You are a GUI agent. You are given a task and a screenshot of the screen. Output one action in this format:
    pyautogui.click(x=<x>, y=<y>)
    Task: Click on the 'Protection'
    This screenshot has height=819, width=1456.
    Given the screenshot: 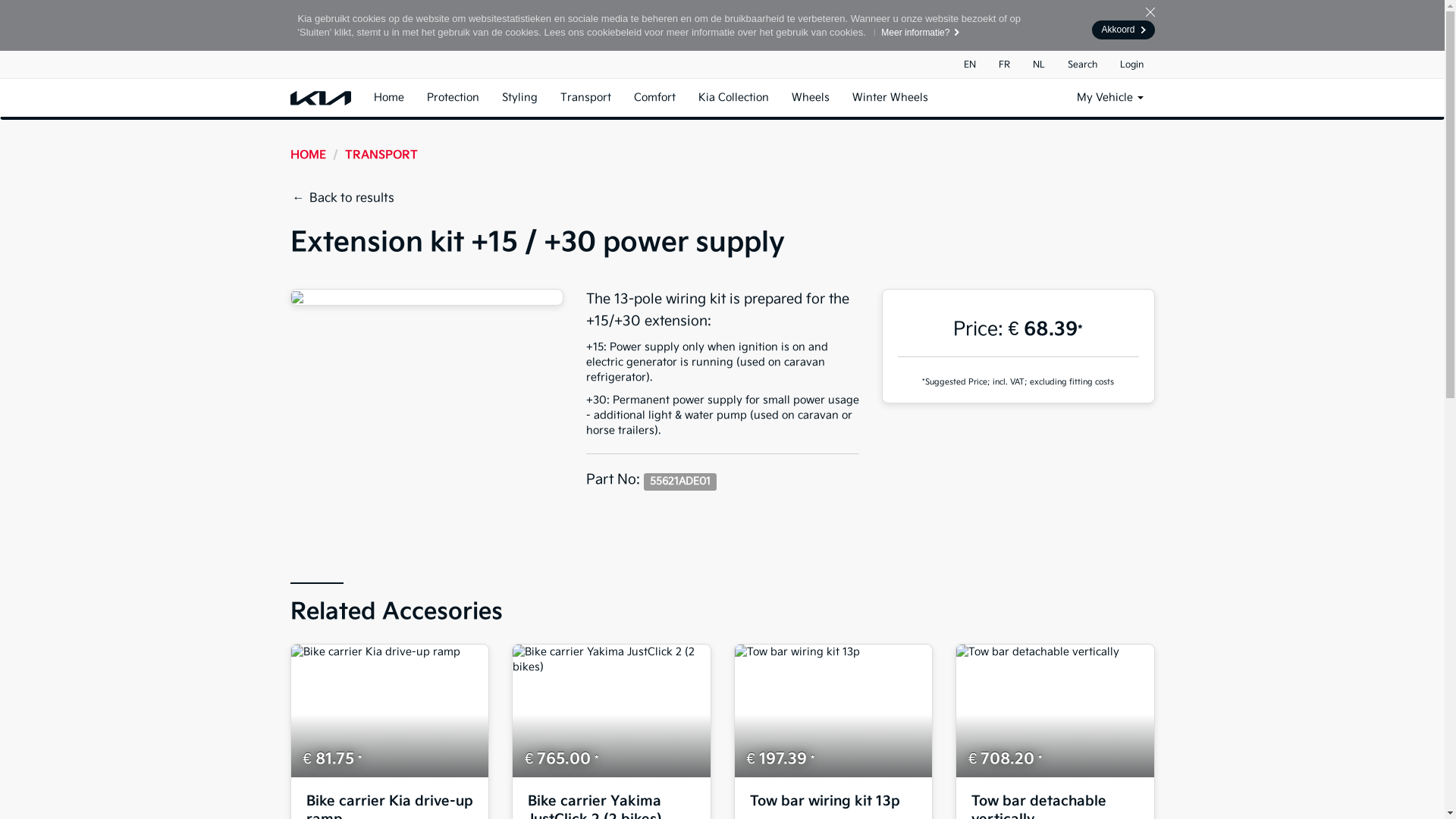 What is the action you would take?
    pyautogui.click(x=415, y=97)
    